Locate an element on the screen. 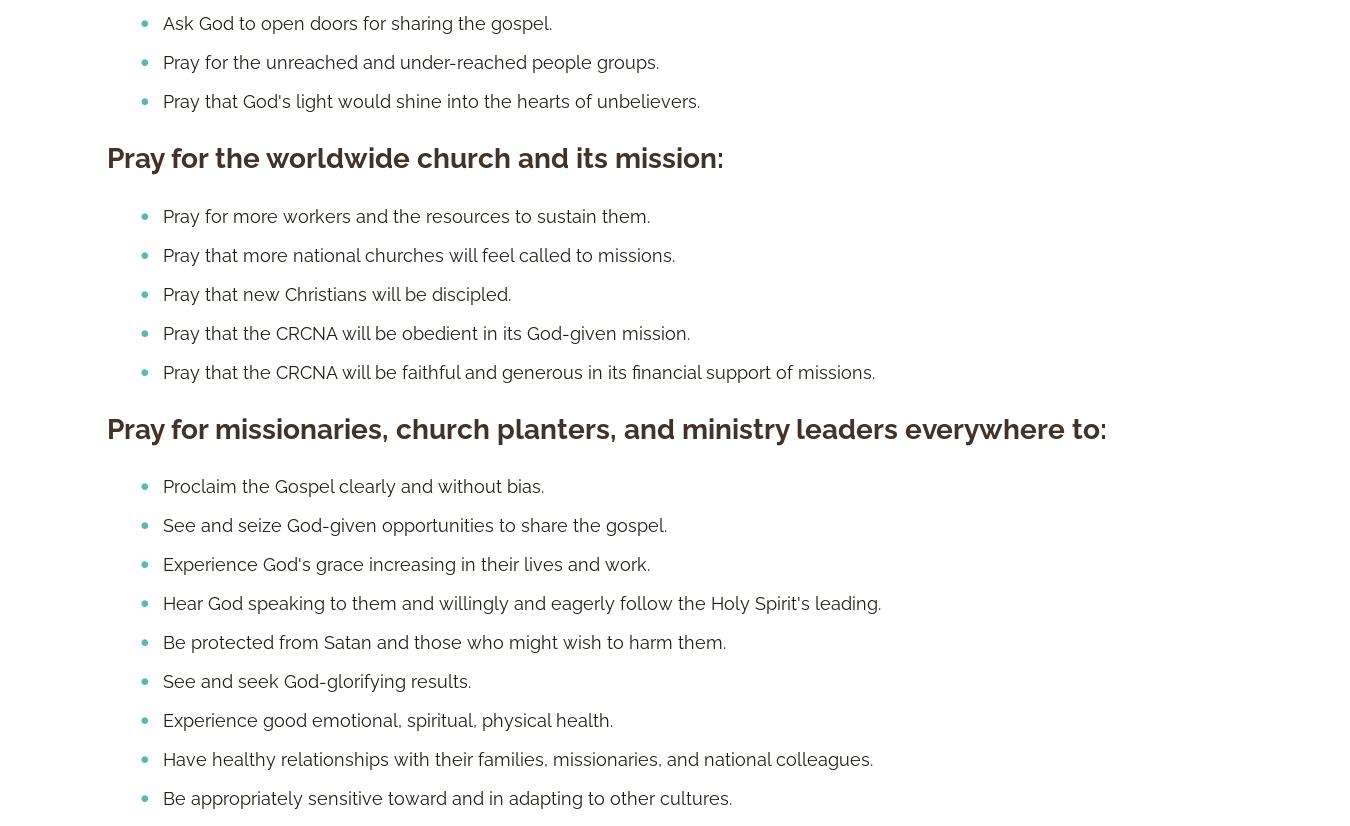 The height and width of the screenshot is (826, 1350). 'Leadership' is located at coordinates (710, 236).